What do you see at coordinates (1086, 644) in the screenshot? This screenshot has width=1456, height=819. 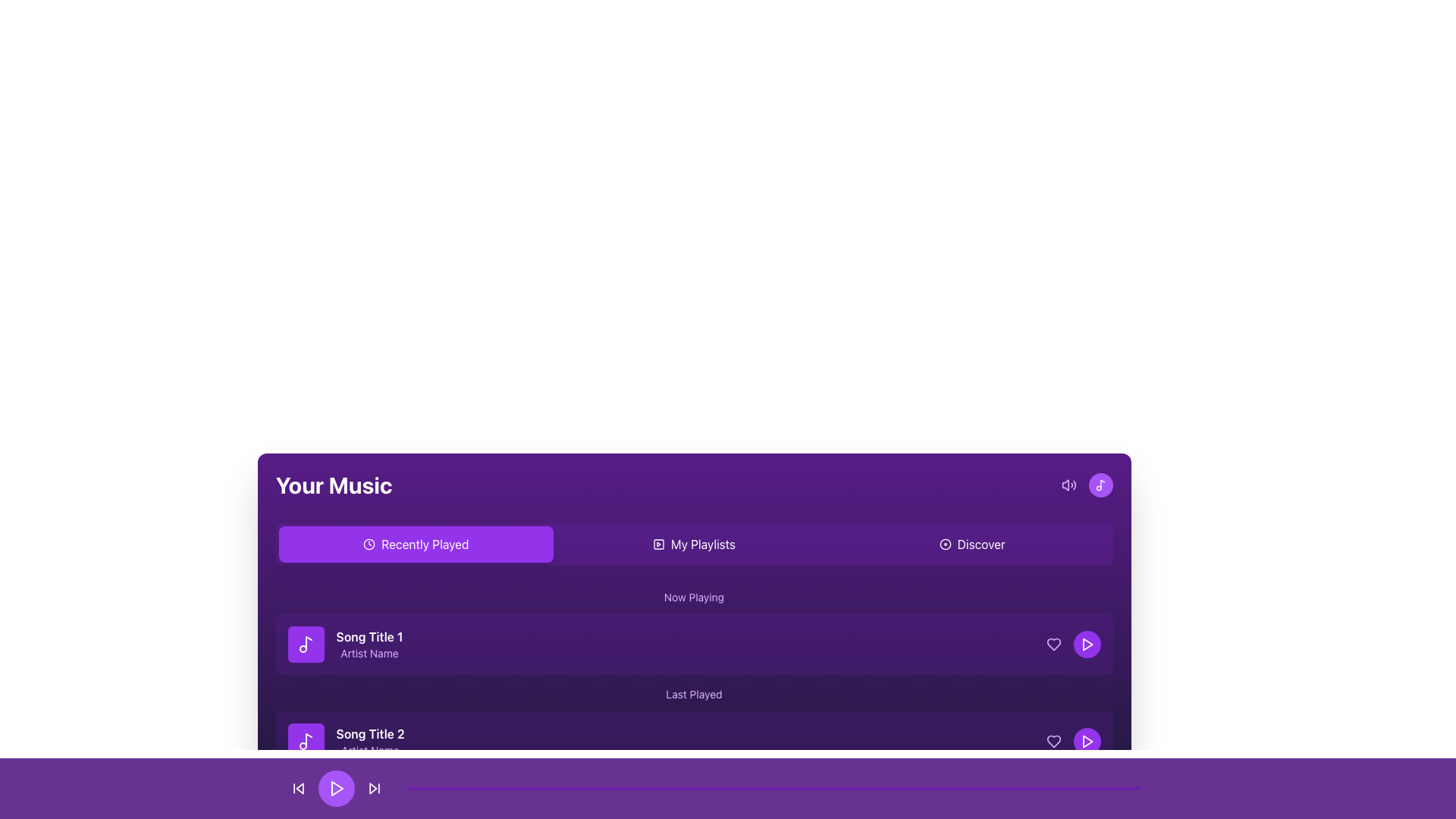 I see `the circular button with a purple background and a triangular play icon` at bounding box center [1086, 644].